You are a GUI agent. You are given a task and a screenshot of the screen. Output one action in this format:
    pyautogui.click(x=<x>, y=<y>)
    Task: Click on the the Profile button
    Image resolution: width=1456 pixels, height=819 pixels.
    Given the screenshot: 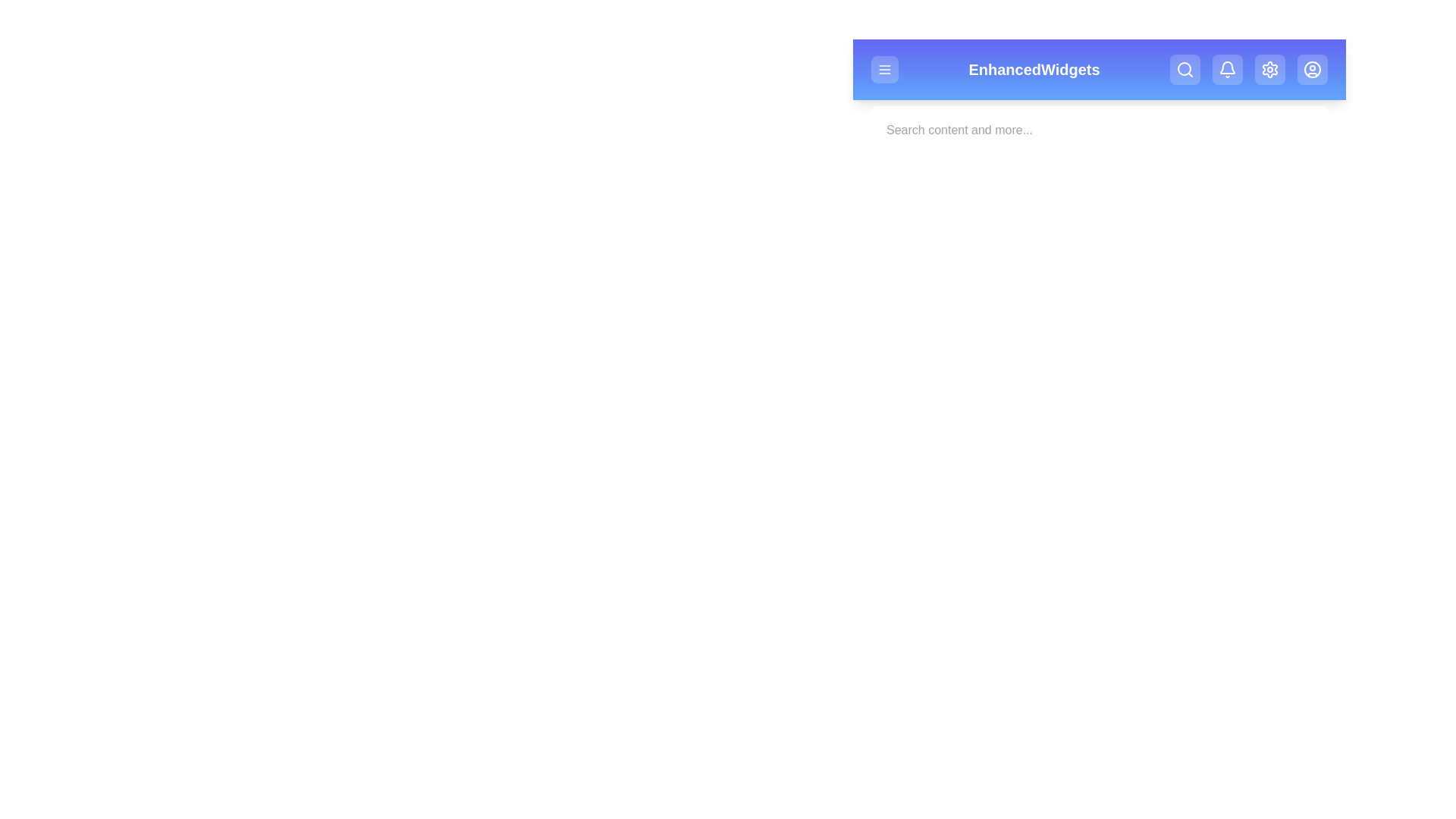 What is the action you would take?
    pyautogui.click(x=1312, y=70)
    